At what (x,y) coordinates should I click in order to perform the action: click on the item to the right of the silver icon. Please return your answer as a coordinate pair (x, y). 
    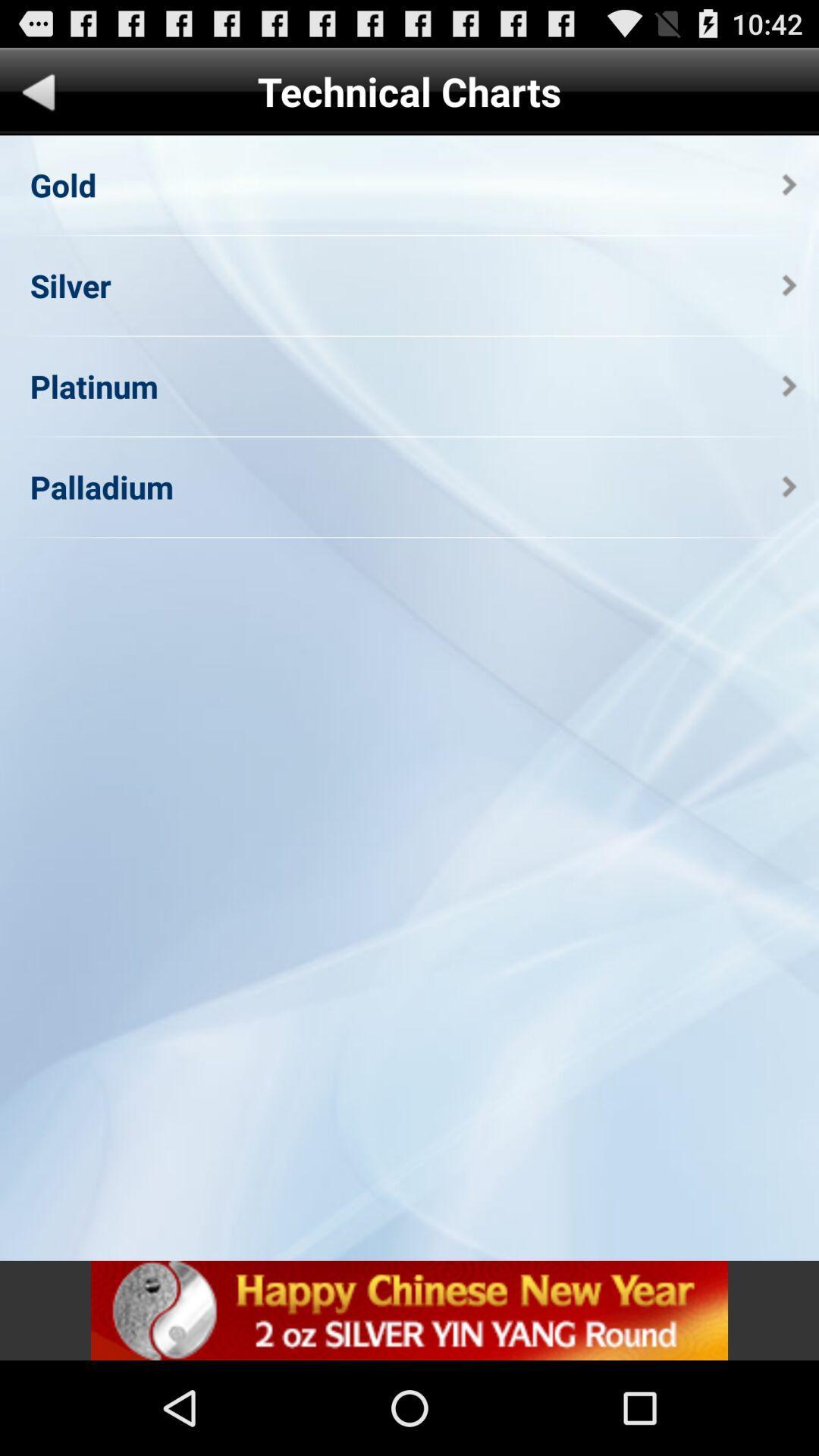
    Looking at the image, I should click on (789, 285).